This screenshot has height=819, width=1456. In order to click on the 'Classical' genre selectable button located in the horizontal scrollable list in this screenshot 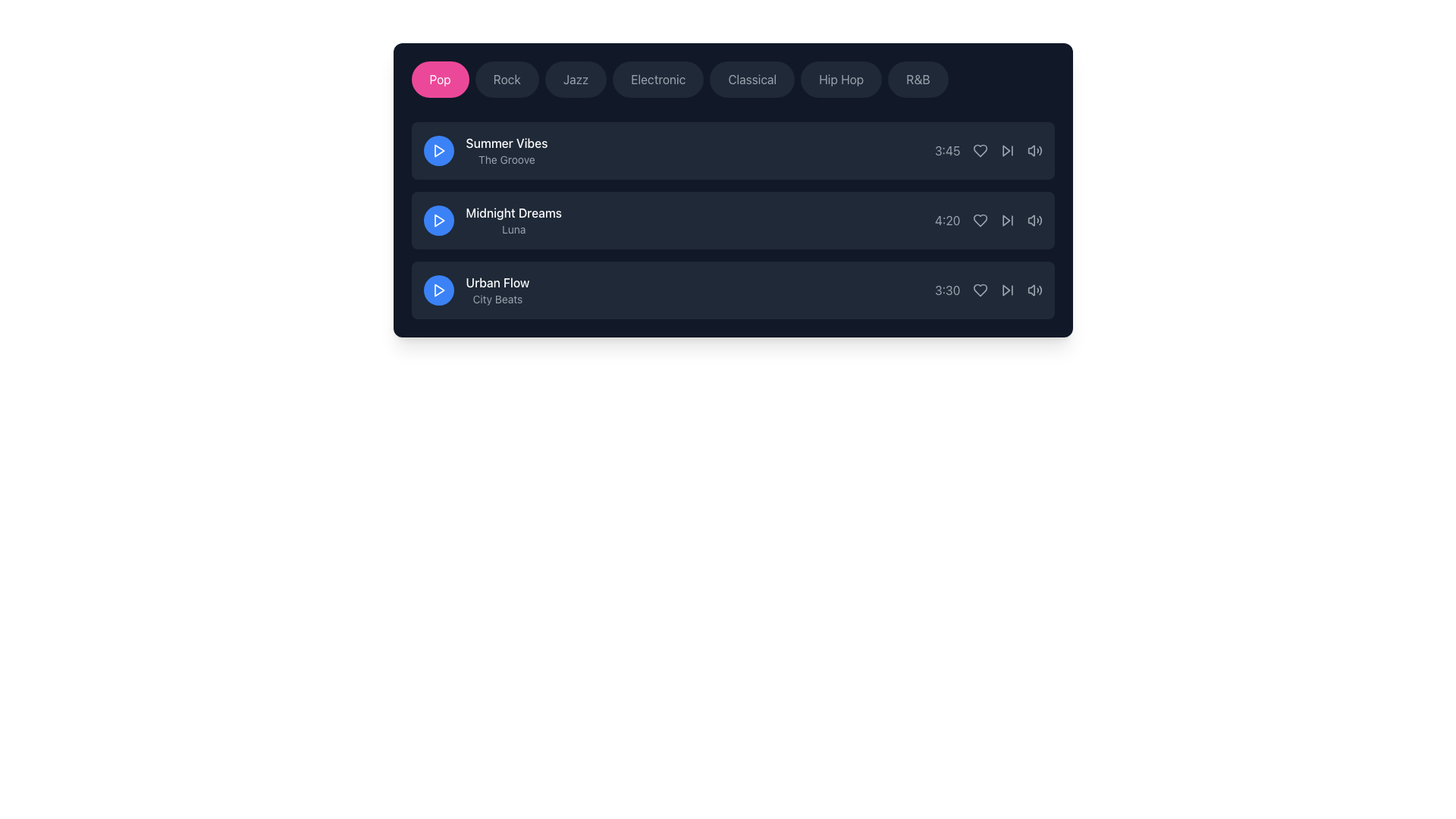, I will do `click(733, 79)`.